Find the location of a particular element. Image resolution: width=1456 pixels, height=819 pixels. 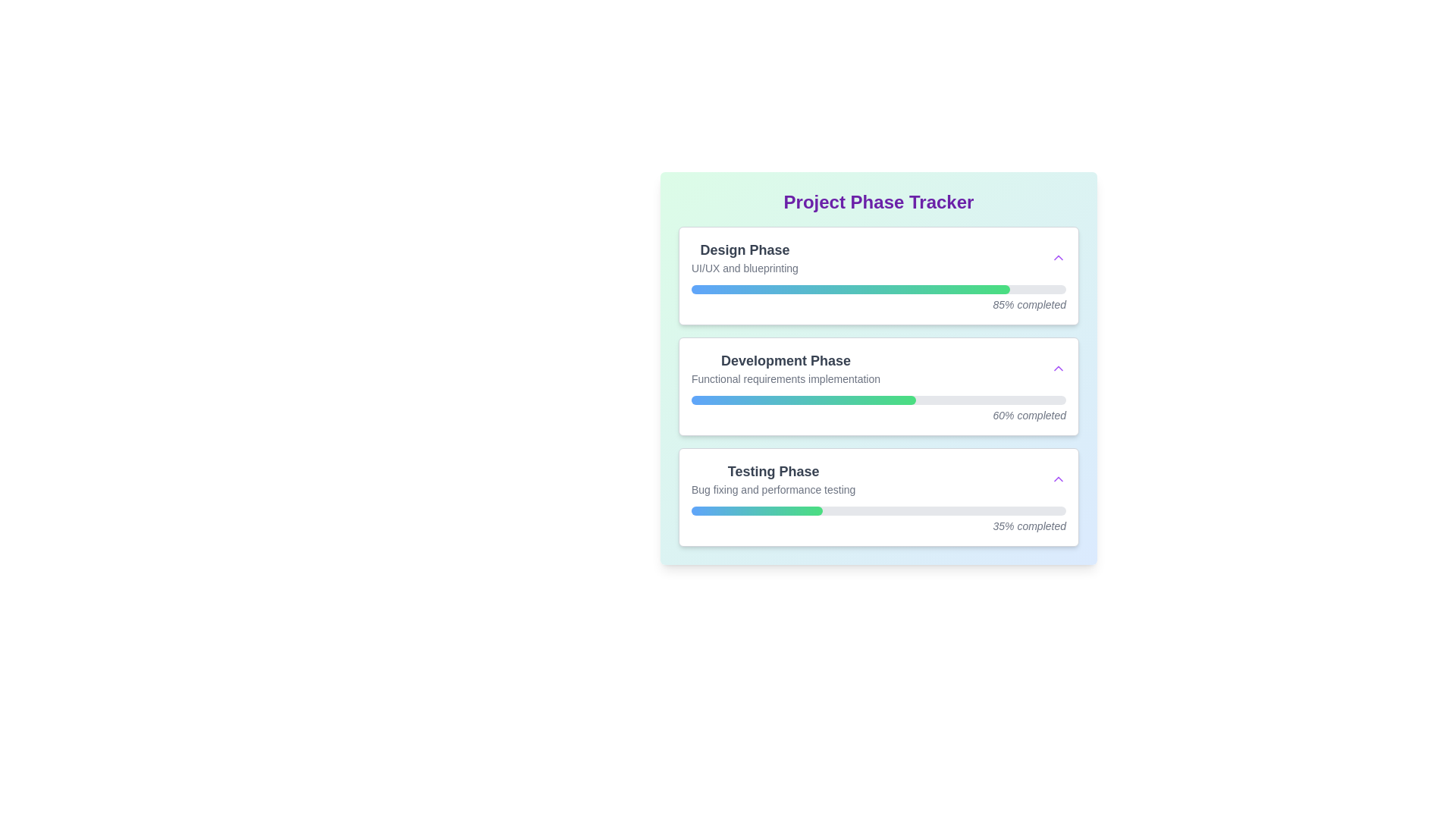

the text label that reads 'Development Phase', which is styled with a bold font and larger size, located at the center of the middle card in the vertical stack of phase cards is located at coordinates (786, 360).